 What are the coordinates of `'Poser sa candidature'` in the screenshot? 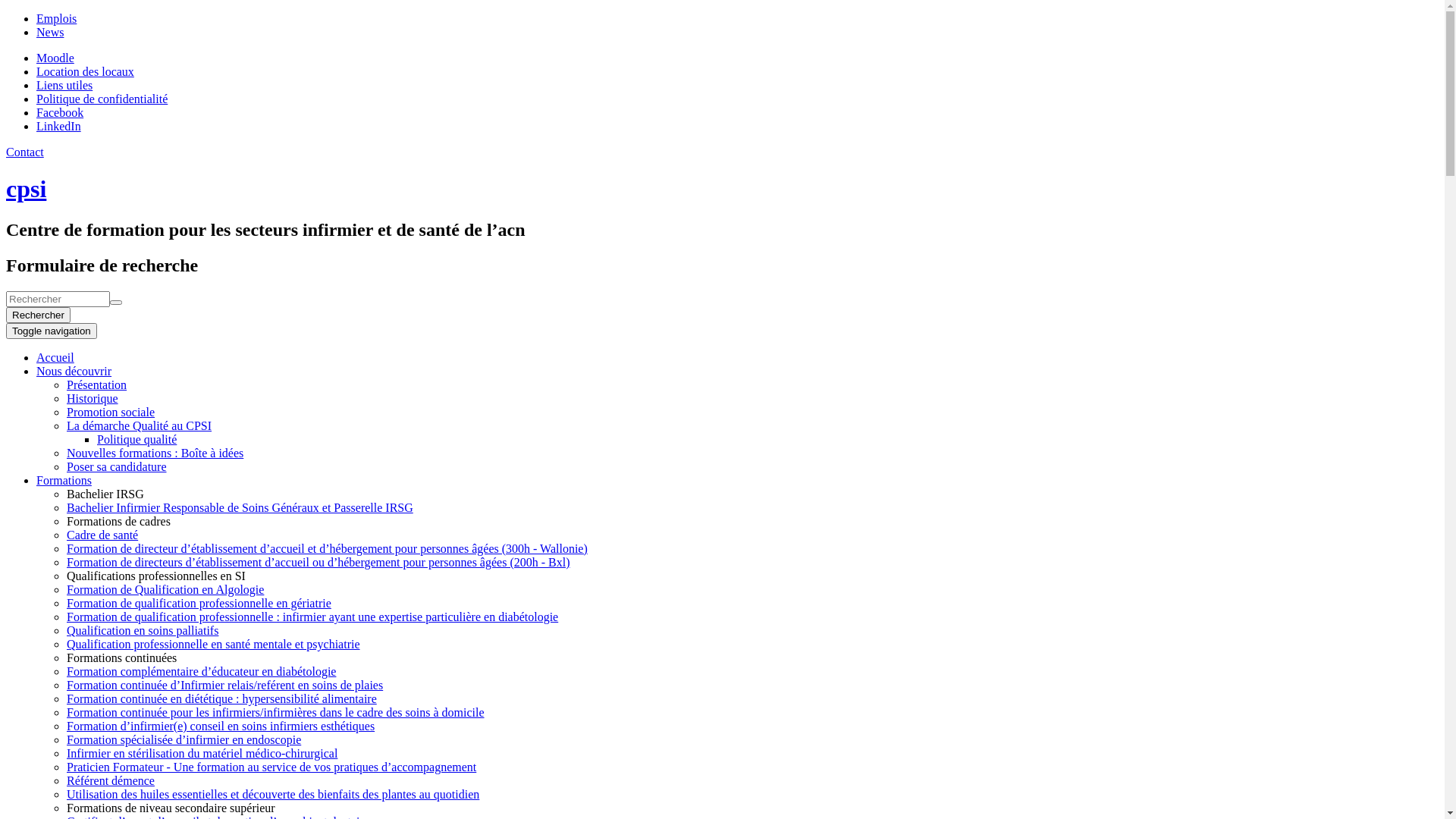 It's located at (65, 466).